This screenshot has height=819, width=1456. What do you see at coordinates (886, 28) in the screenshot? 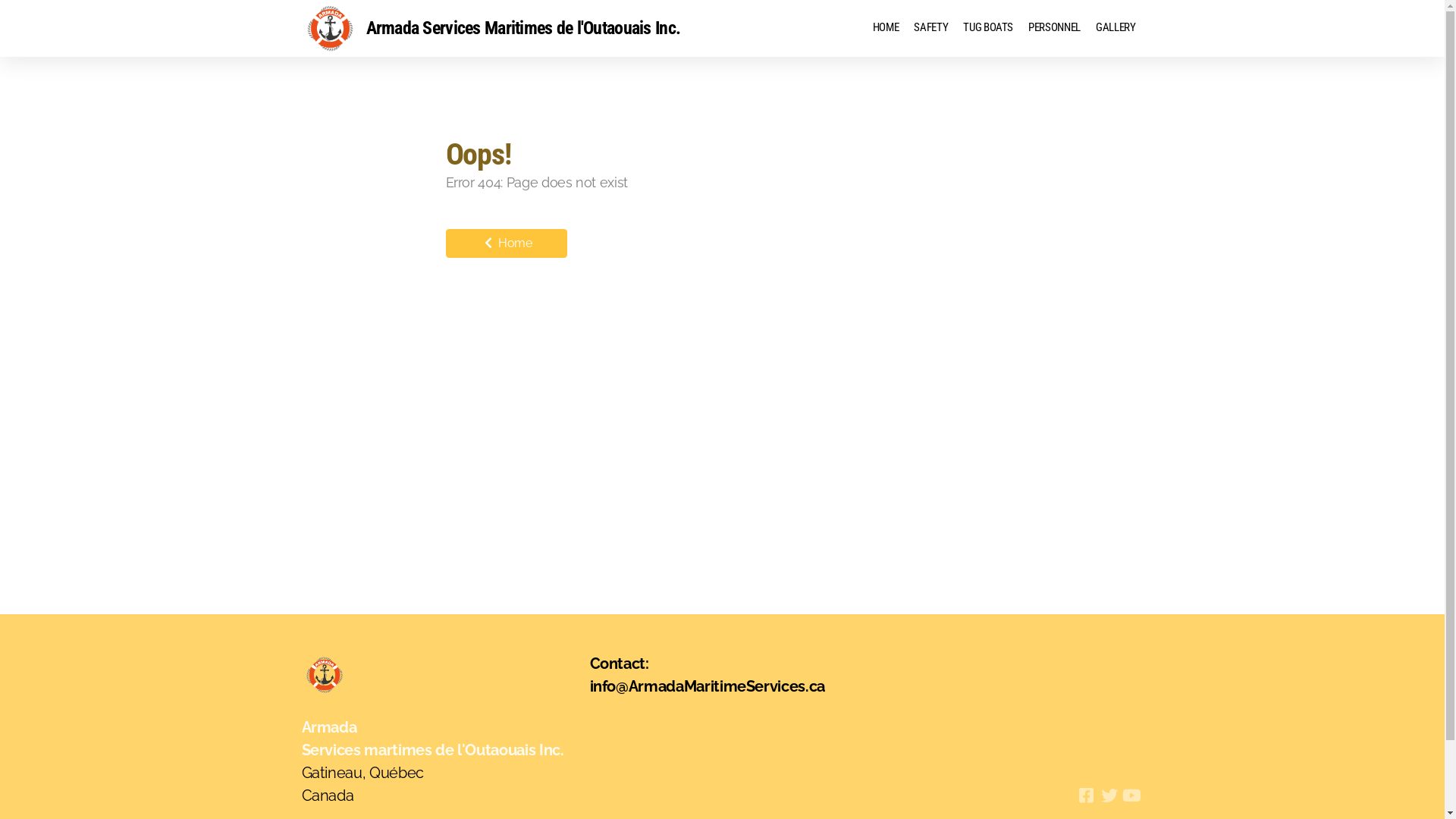
I see `'HOME'` at bounding box center [886, 28].